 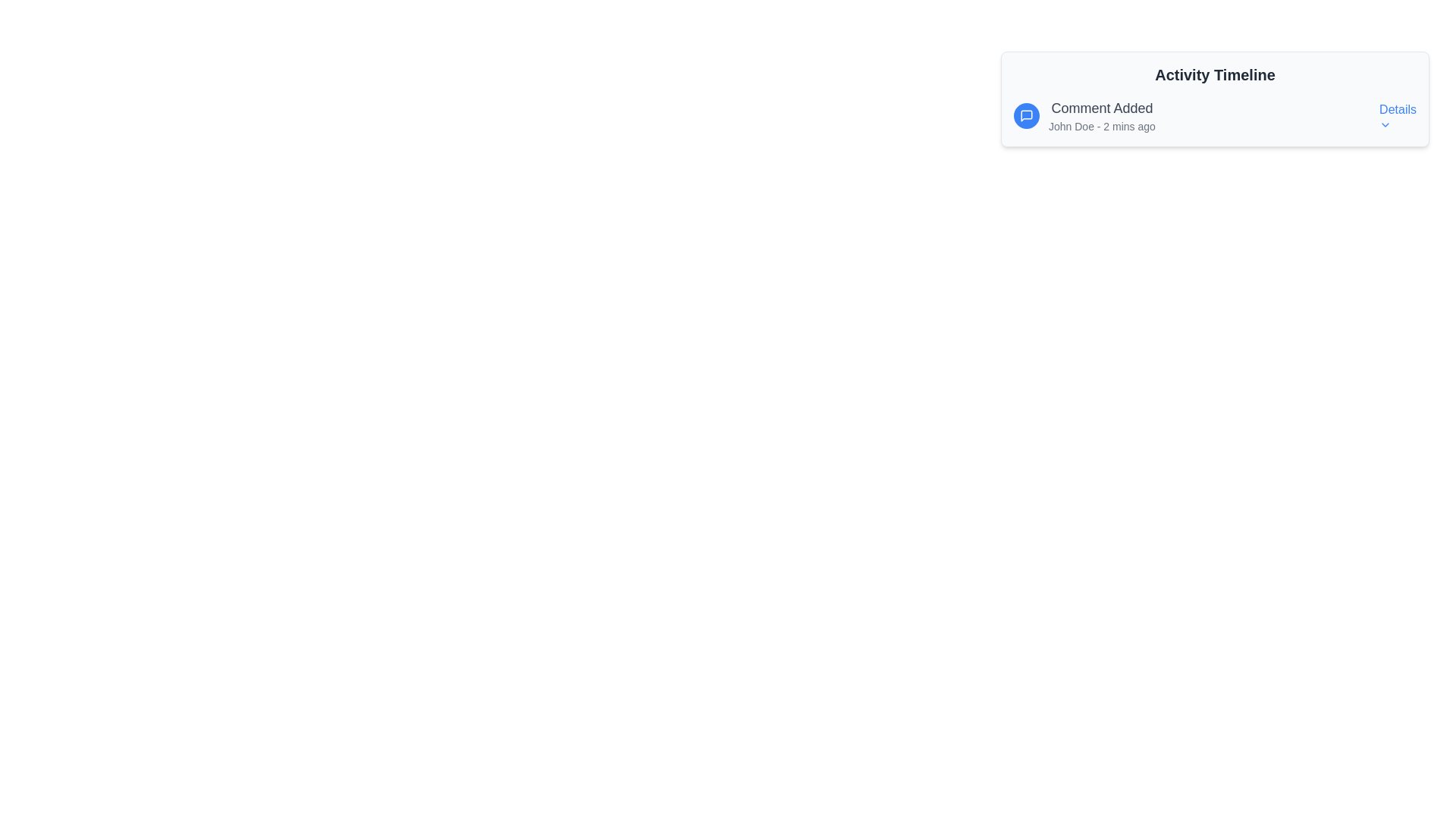 I want to click on the Text link with accompanying icon on the top right corner of the 'Activity Timeline' section, so click(x=1397, y=115).